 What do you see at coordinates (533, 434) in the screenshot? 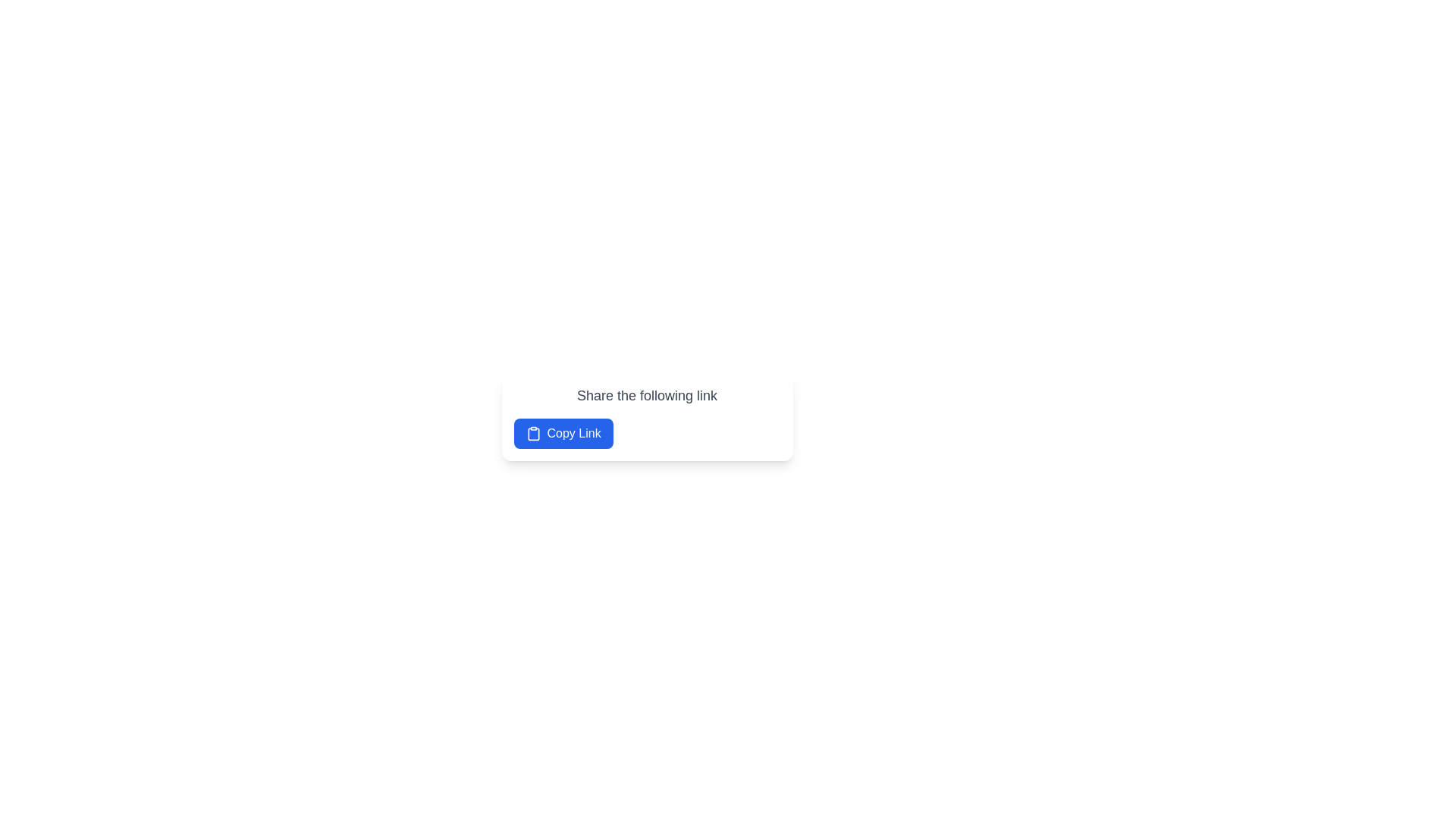
I see `the main body of the clipboard icon, which is represented as a rectangular shape with rounded corners in the SVG graphic` at bounding box center [533, 434].